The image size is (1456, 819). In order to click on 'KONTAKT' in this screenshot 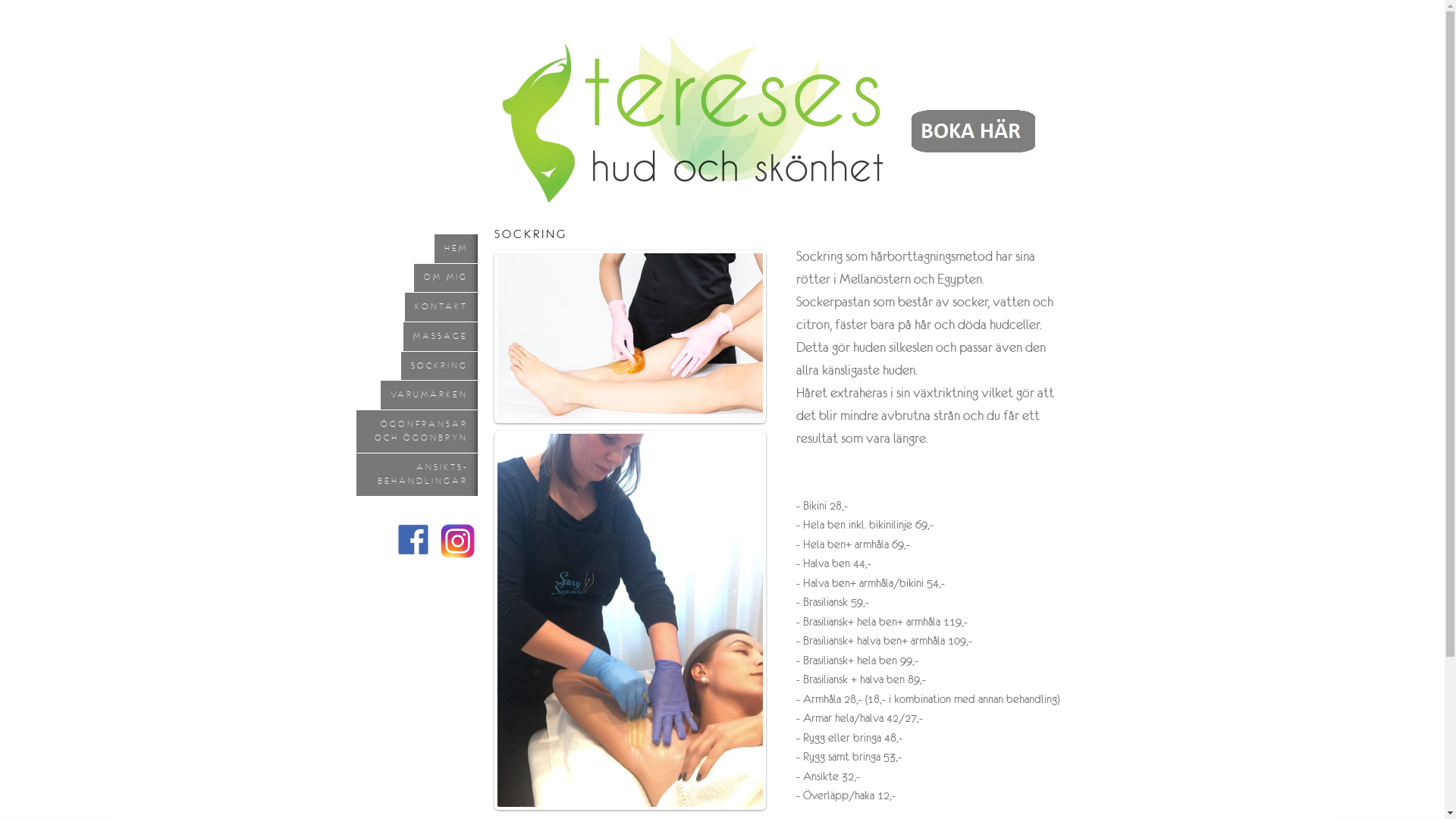, I will do `click(440, 307)`.